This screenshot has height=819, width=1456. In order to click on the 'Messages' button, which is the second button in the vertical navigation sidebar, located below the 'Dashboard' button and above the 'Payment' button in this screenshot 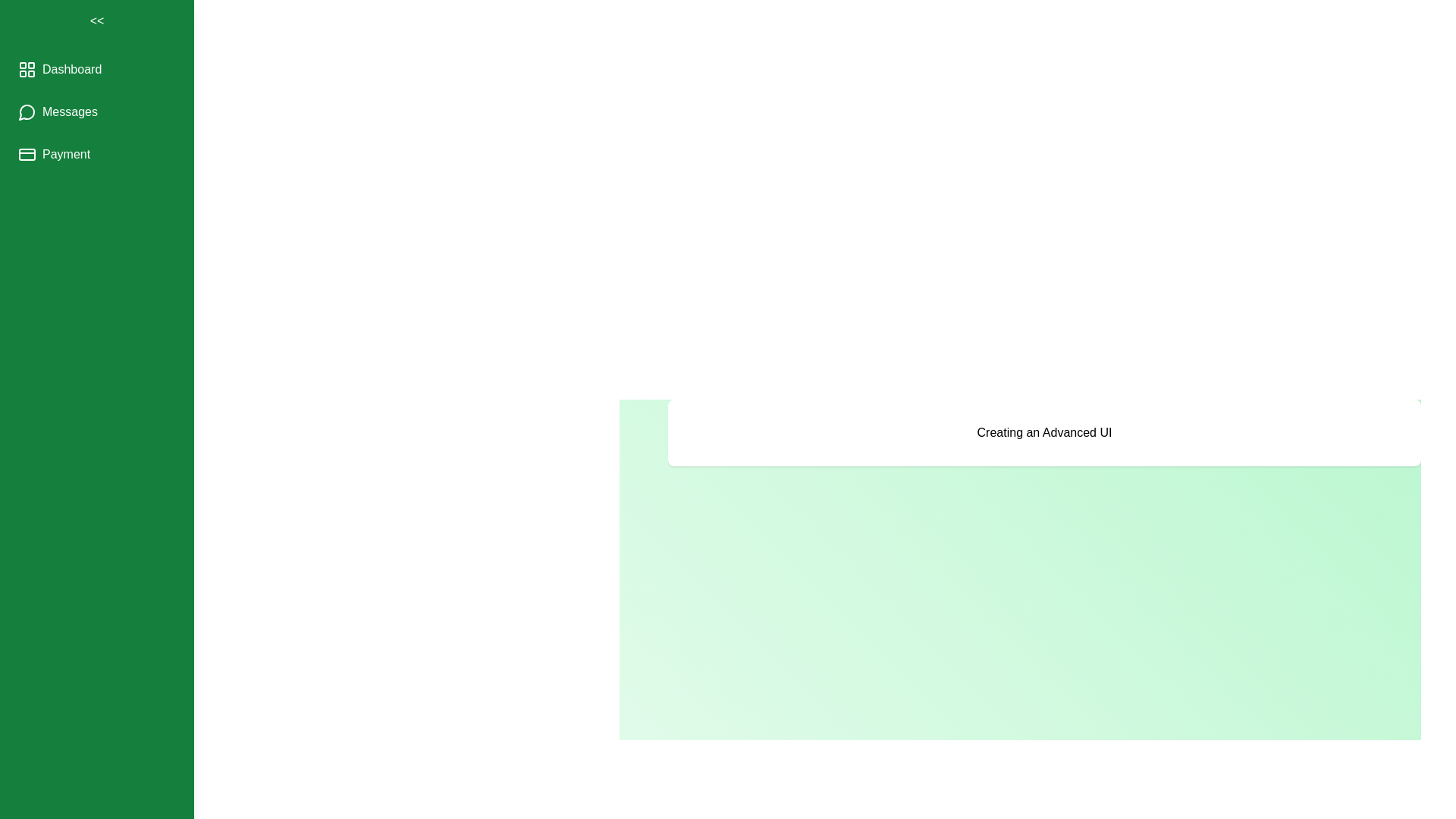, I will do `click(58, 111)`.